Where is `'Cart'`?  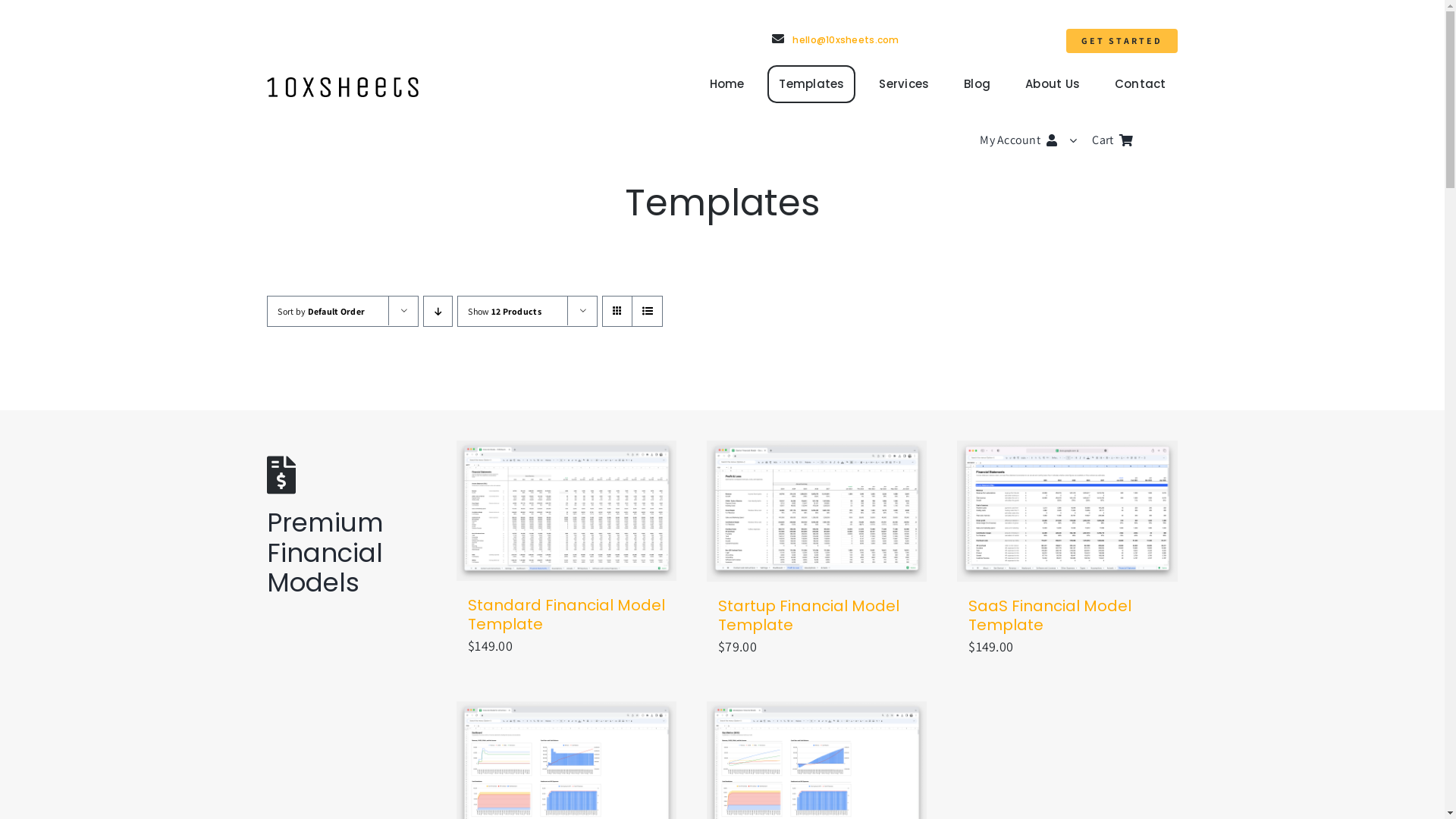
'Cart' is located at coordinates (1092, 140).